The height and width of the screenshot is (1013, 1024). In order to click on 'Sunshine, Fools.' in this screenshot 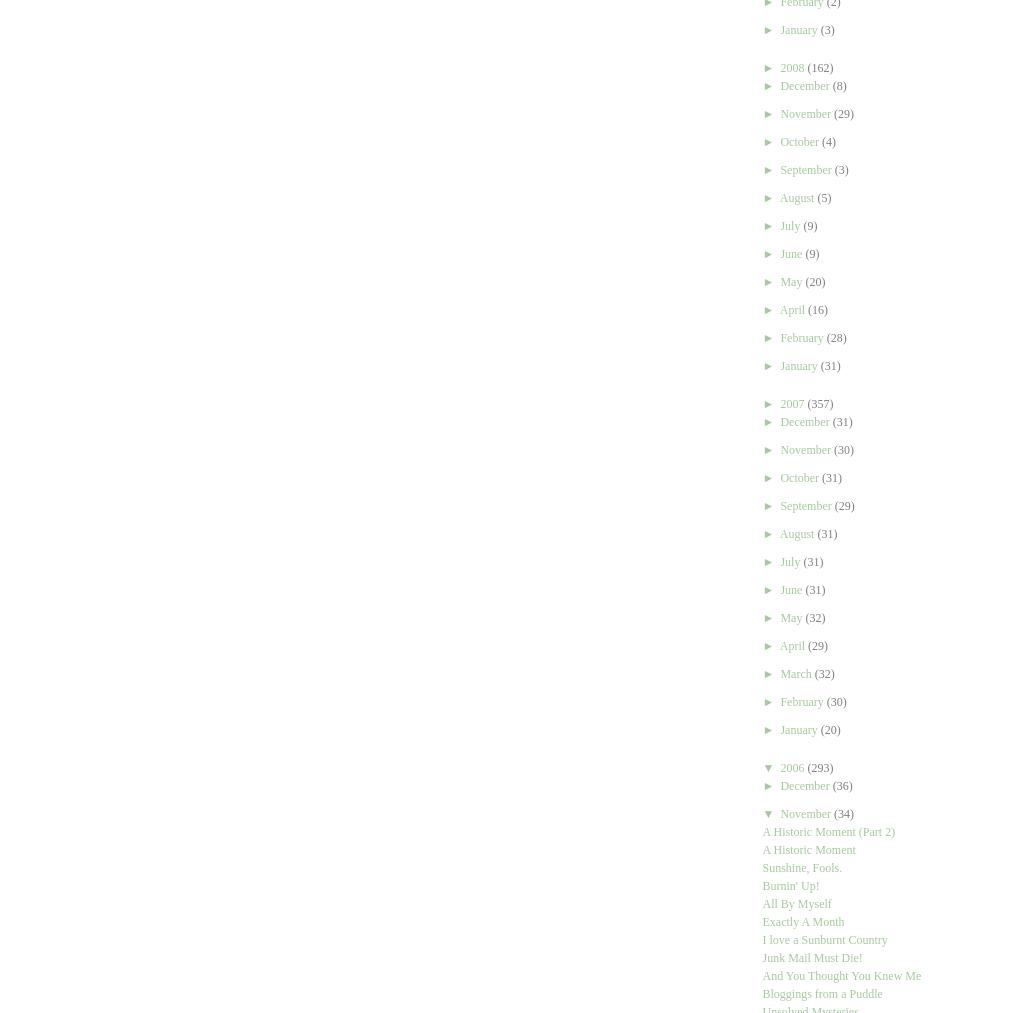, I will do `click(801, 867)`.